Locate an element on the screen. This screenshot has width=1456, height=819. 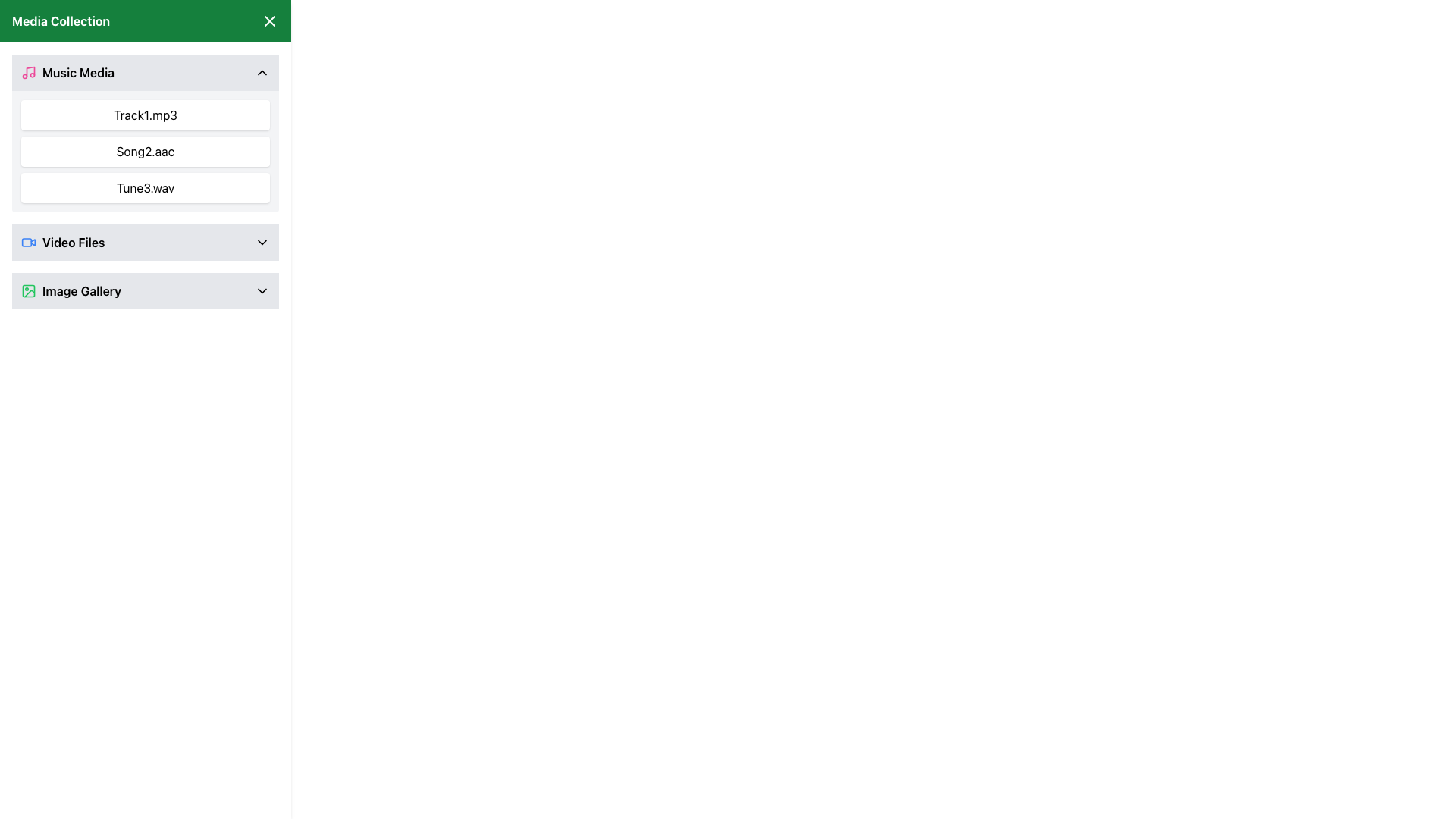
the upward motion icon button on the rightmost side of the 'Music Media' header is located at coordinates (262, 73).